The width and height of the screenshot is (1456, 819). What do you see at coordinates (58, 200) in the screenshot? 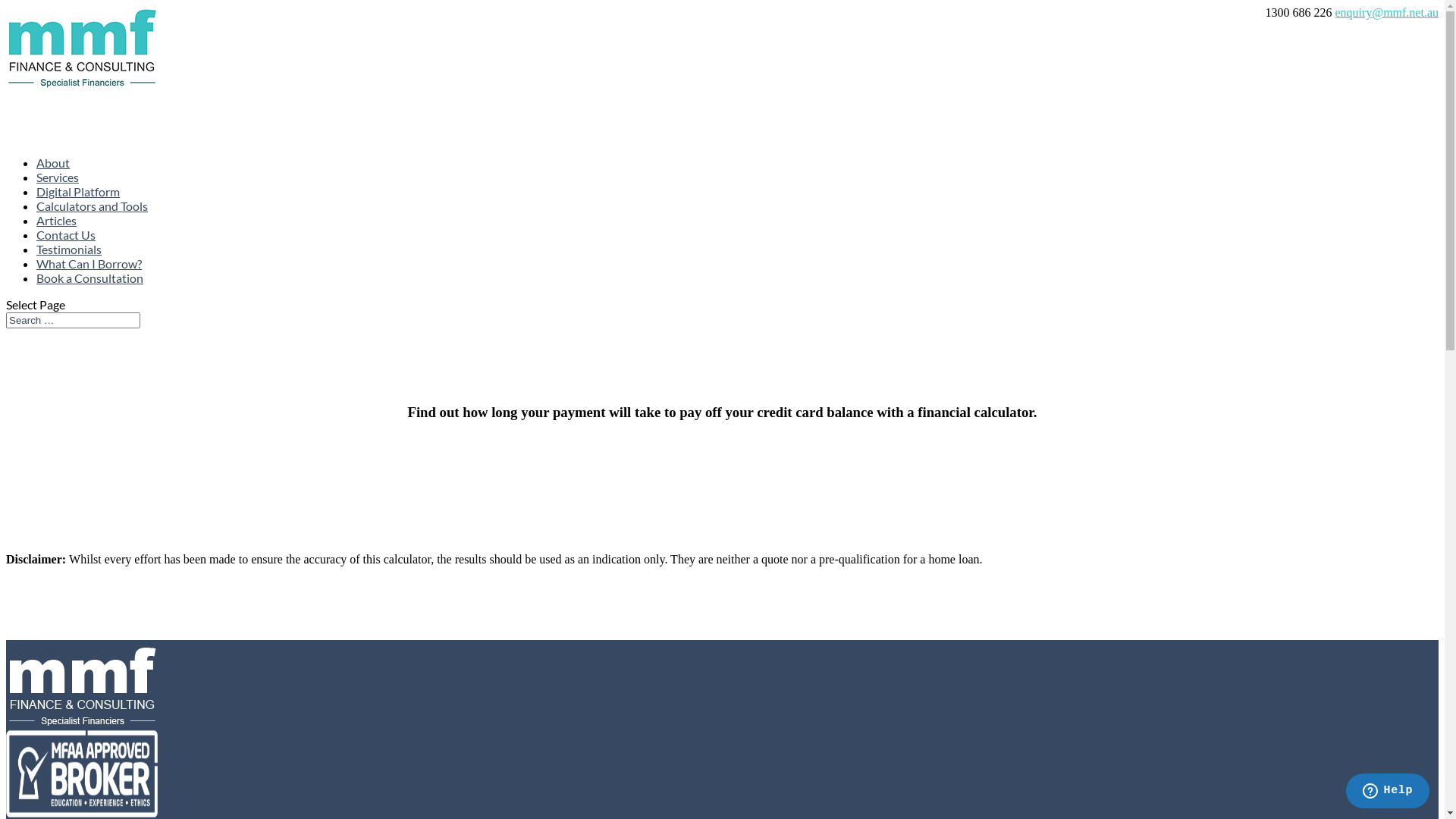
I see `'Services'` at bounding box center [58, 200].